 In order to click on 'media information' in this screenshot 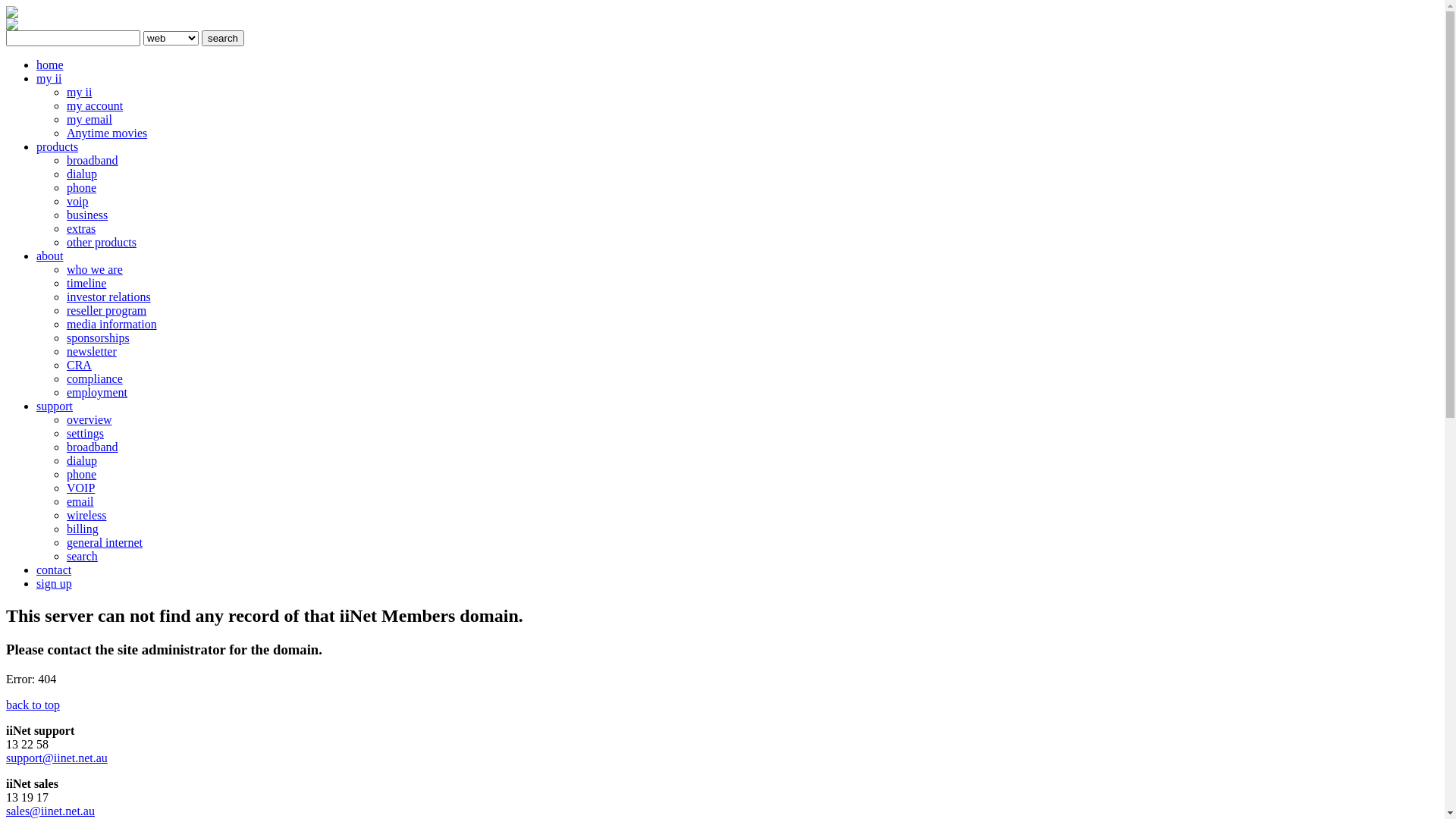, I will do `click(111, 323)`.